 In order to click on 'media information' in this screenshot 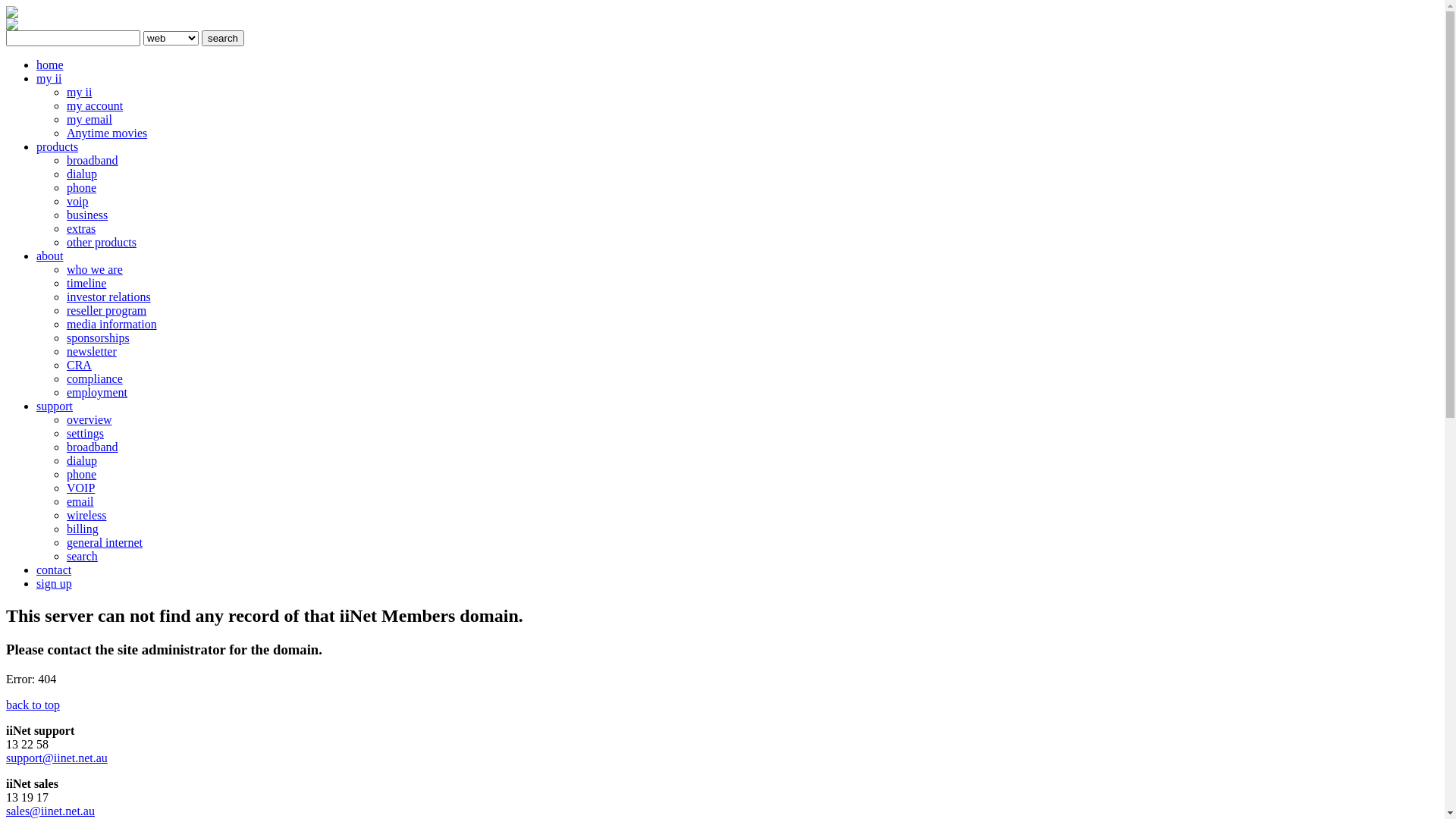, I will do `click(111, 323)`.